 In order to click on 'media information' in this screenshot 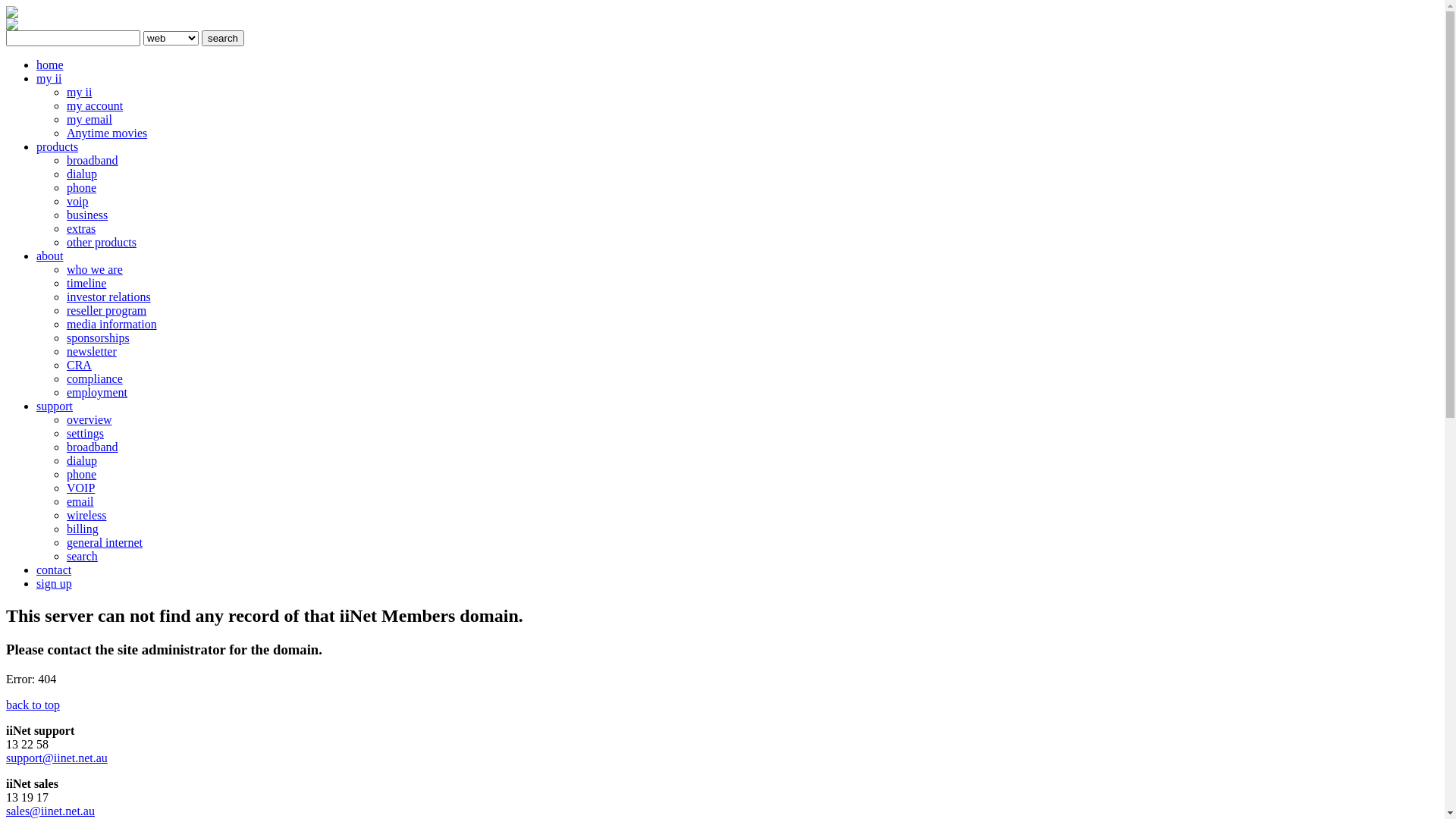, I will do `click(111, 323)`.